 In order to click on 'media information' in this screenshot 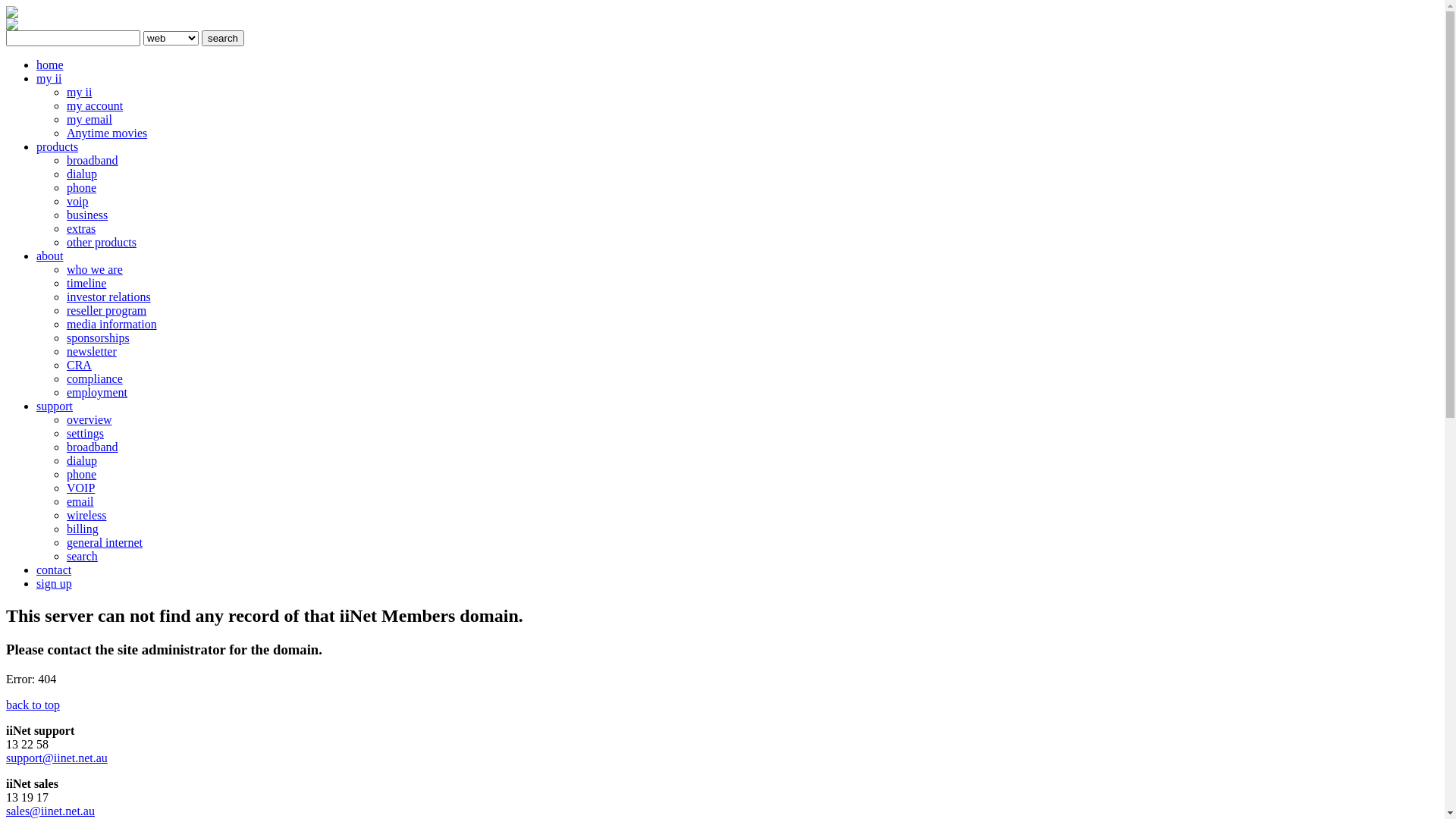, I will do `click(111, 323)`.